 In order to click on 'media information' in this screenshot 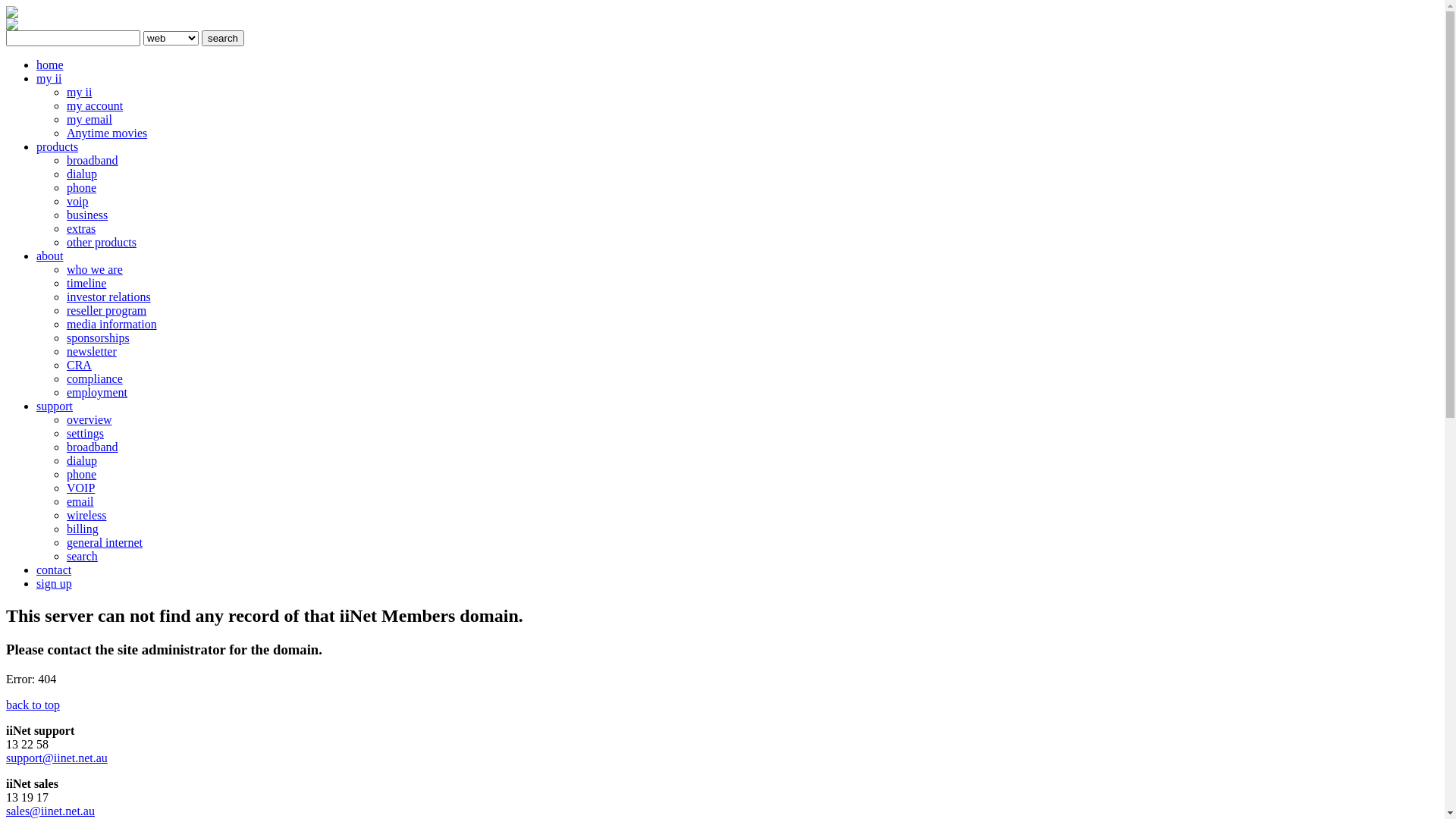, I will do `click(111, 323)`.